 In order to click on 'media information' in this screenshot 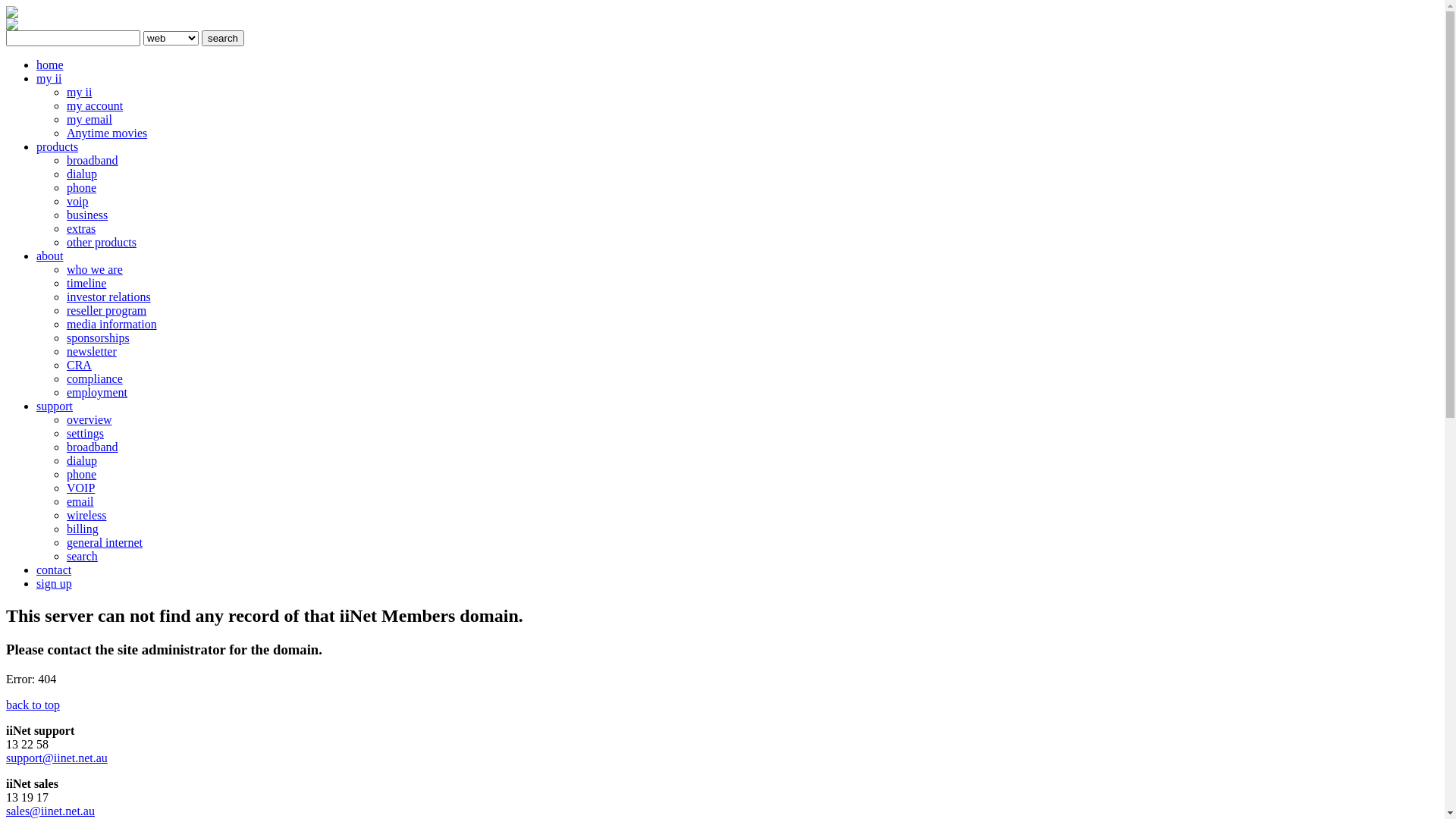, I will do `click(111, 323)`.